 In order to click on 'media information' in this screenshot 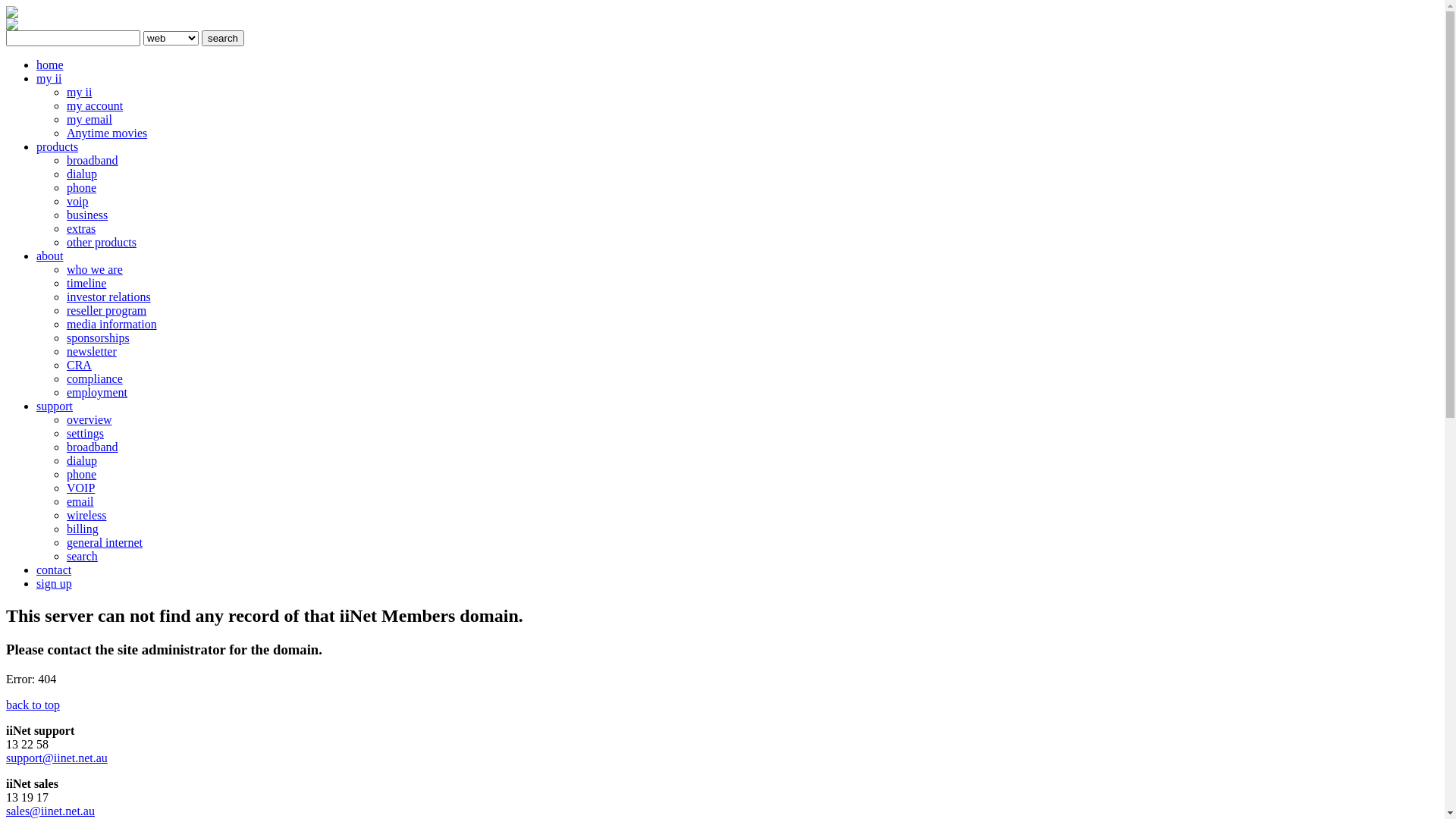, I will do `click(111, 323)`.